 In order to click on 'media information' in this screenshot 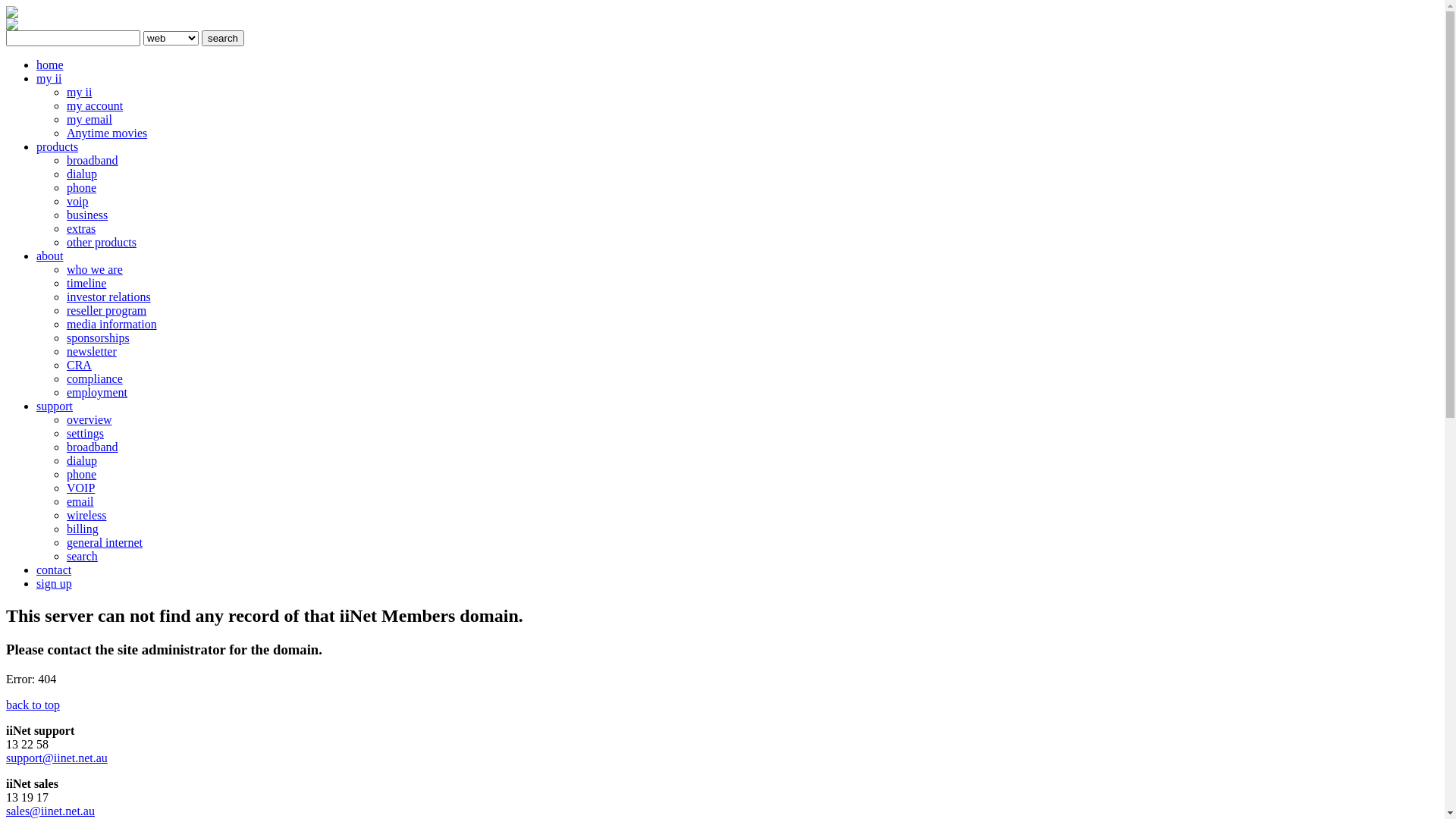, I will do `click(111, 323)`.